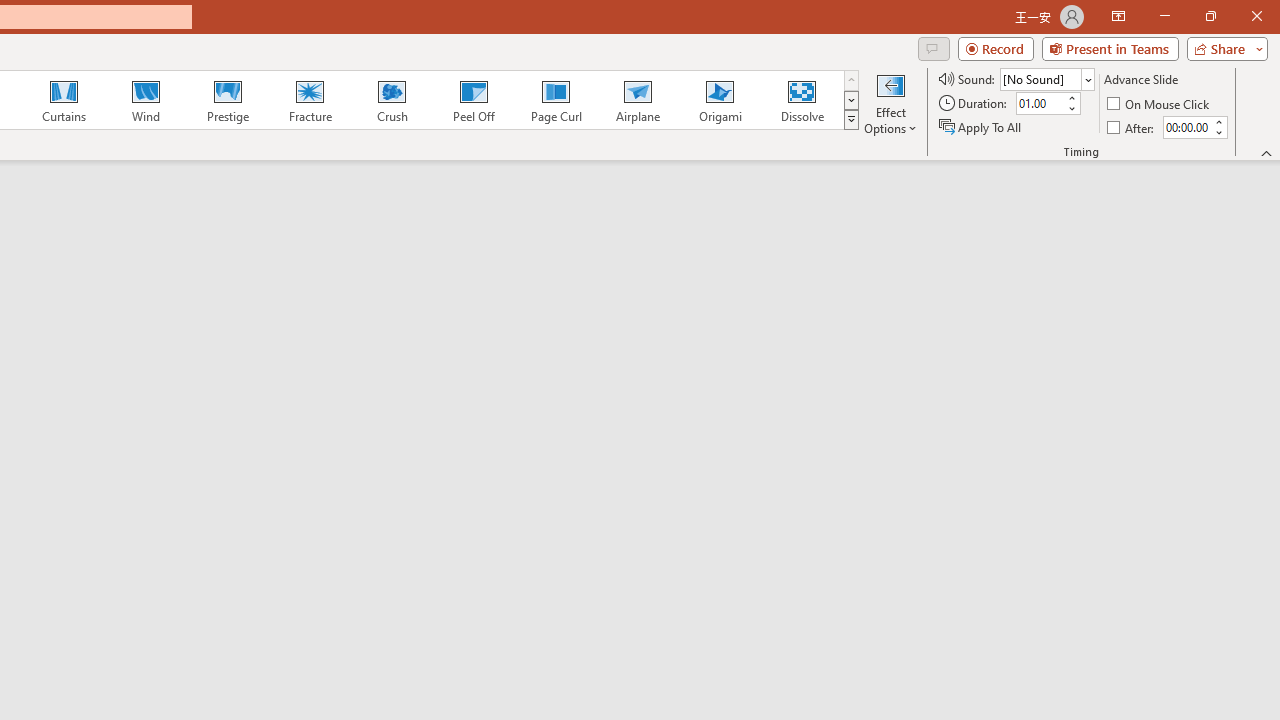 The image size is (1280, 720). Describe the element at coordinates (64, 100) in the screenshot. I see `'Curtains'` at that location.